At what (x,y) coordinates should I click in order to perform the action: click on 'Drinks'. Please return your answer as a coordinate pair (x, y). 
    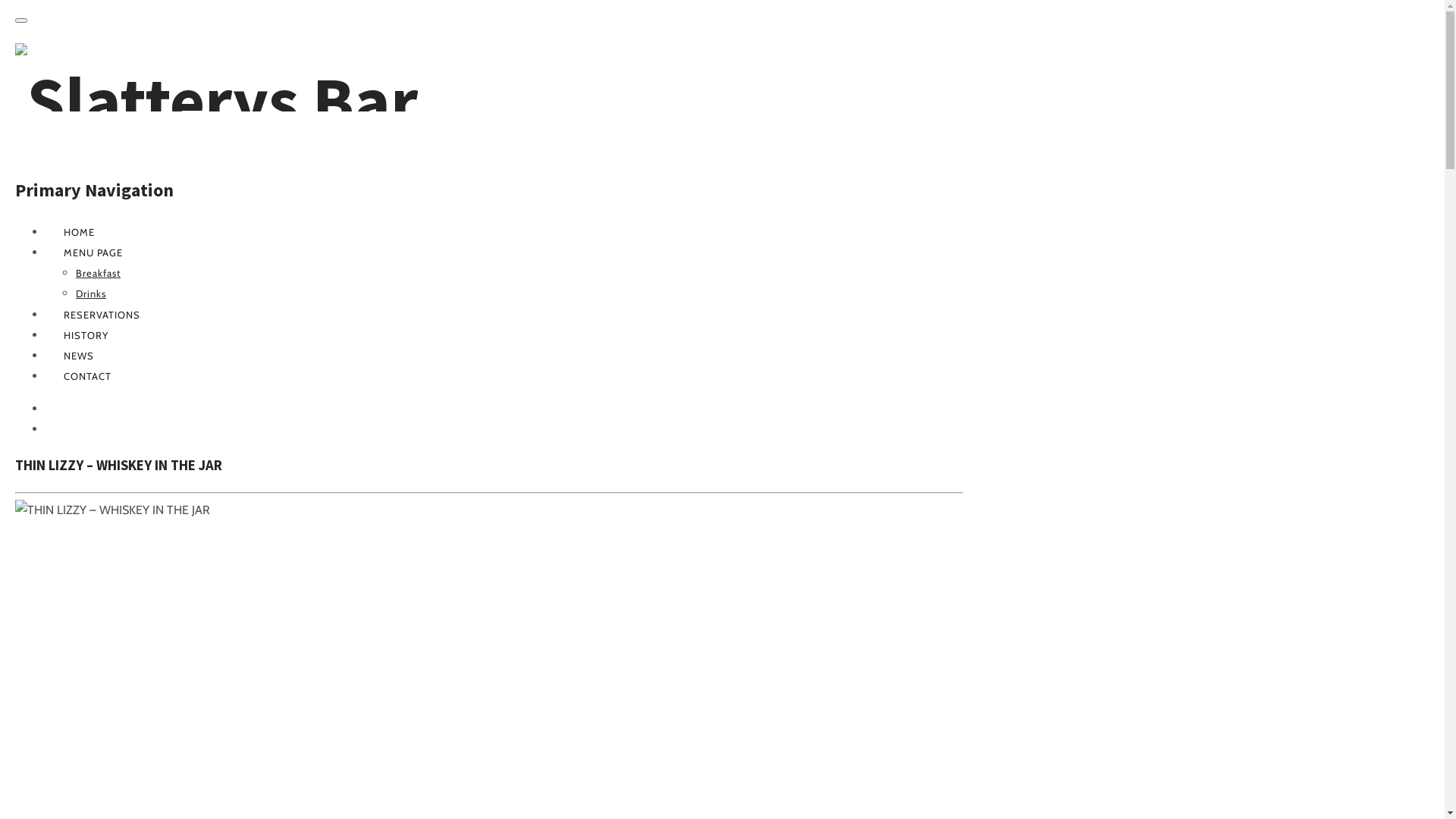
    Looking at the image, I should click on (90, 293).